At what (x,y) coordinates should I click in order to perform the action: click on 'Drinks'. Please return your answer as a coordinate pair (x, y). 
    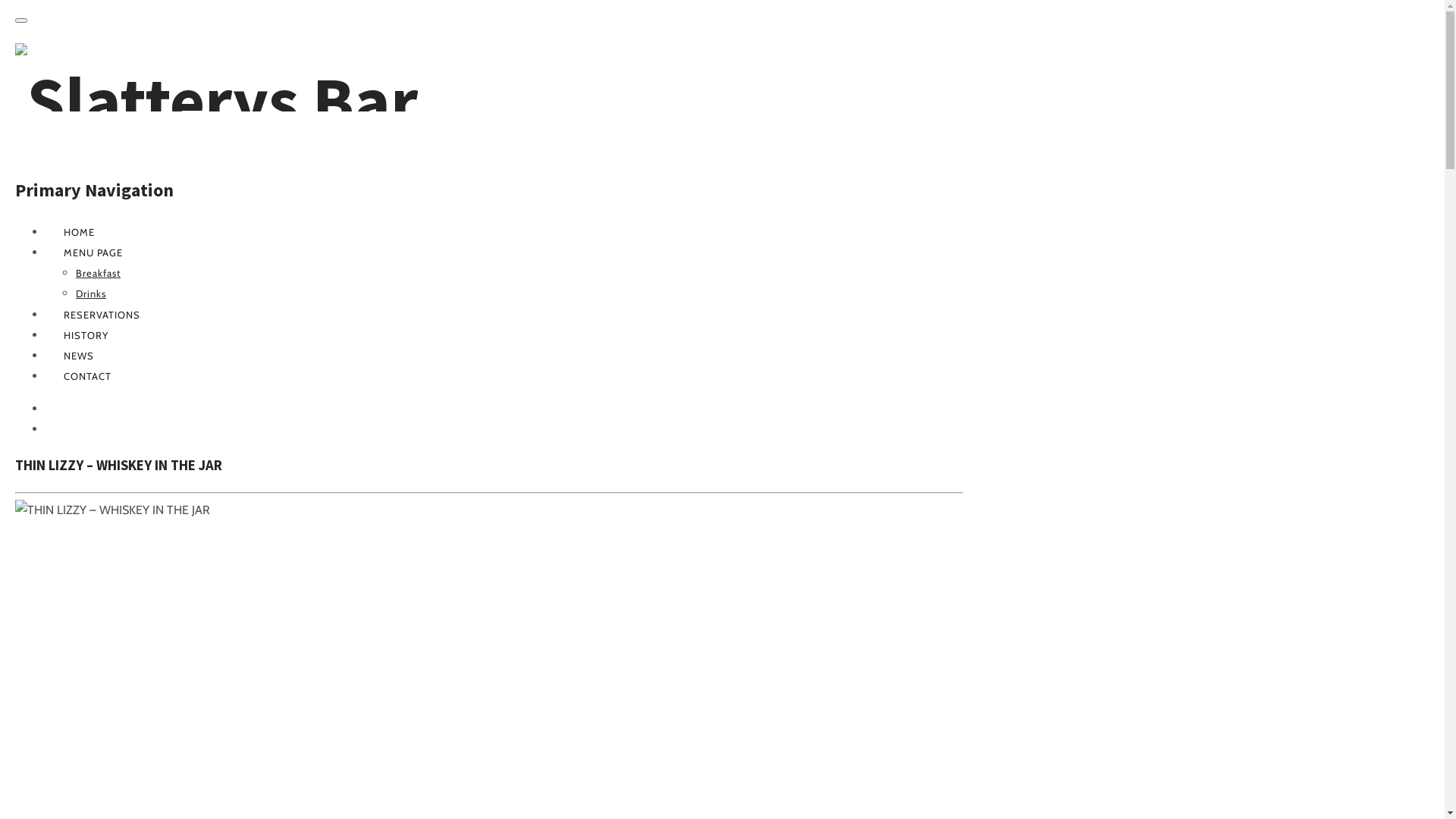
    Looking at the image, I should click on (90, 293).